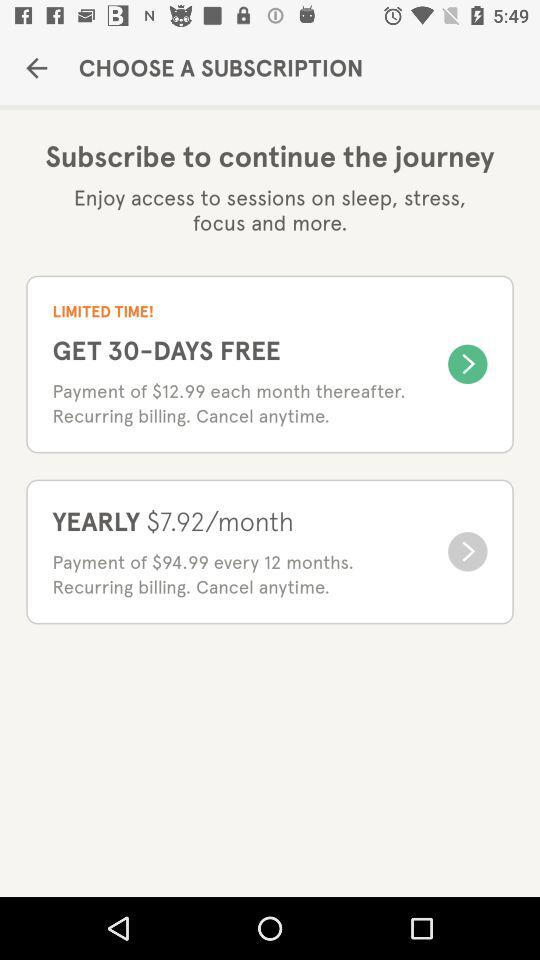  I want to click on item next to choose a subscription item, so click(36, 68).